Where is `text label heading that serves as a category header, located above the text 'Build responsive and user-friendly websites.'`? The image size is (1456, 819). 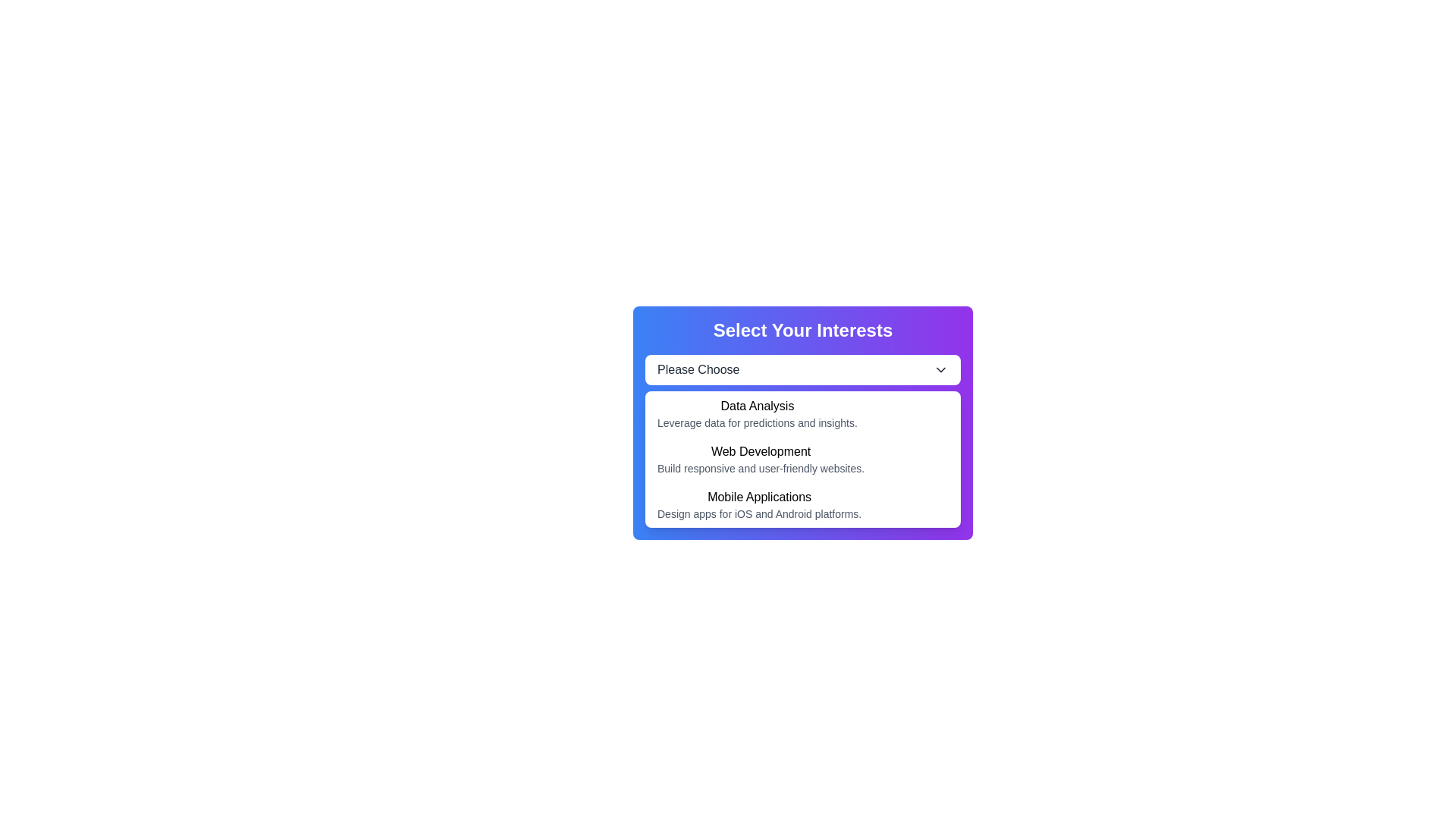
text label heading that serves as a category header, located above the text 'Build responsive and user-friendly websites.' is located at coordinates (761, 451).